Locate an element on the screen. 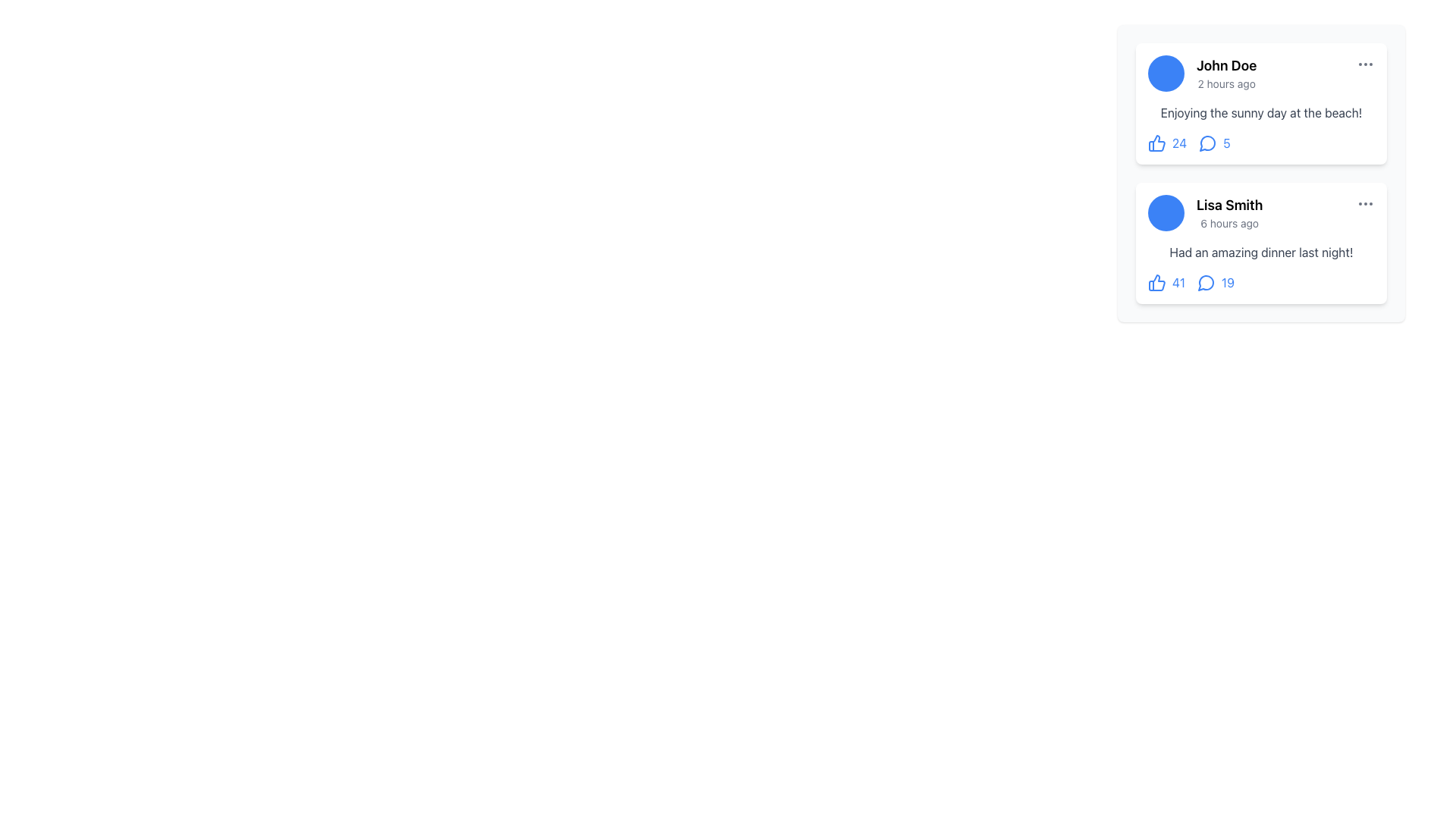 This screenshot has height=819, width=1456. the comment icon located in the bottom right section of the post attributed to 'Lisa Smith' is located at coordinates (1205, 283).